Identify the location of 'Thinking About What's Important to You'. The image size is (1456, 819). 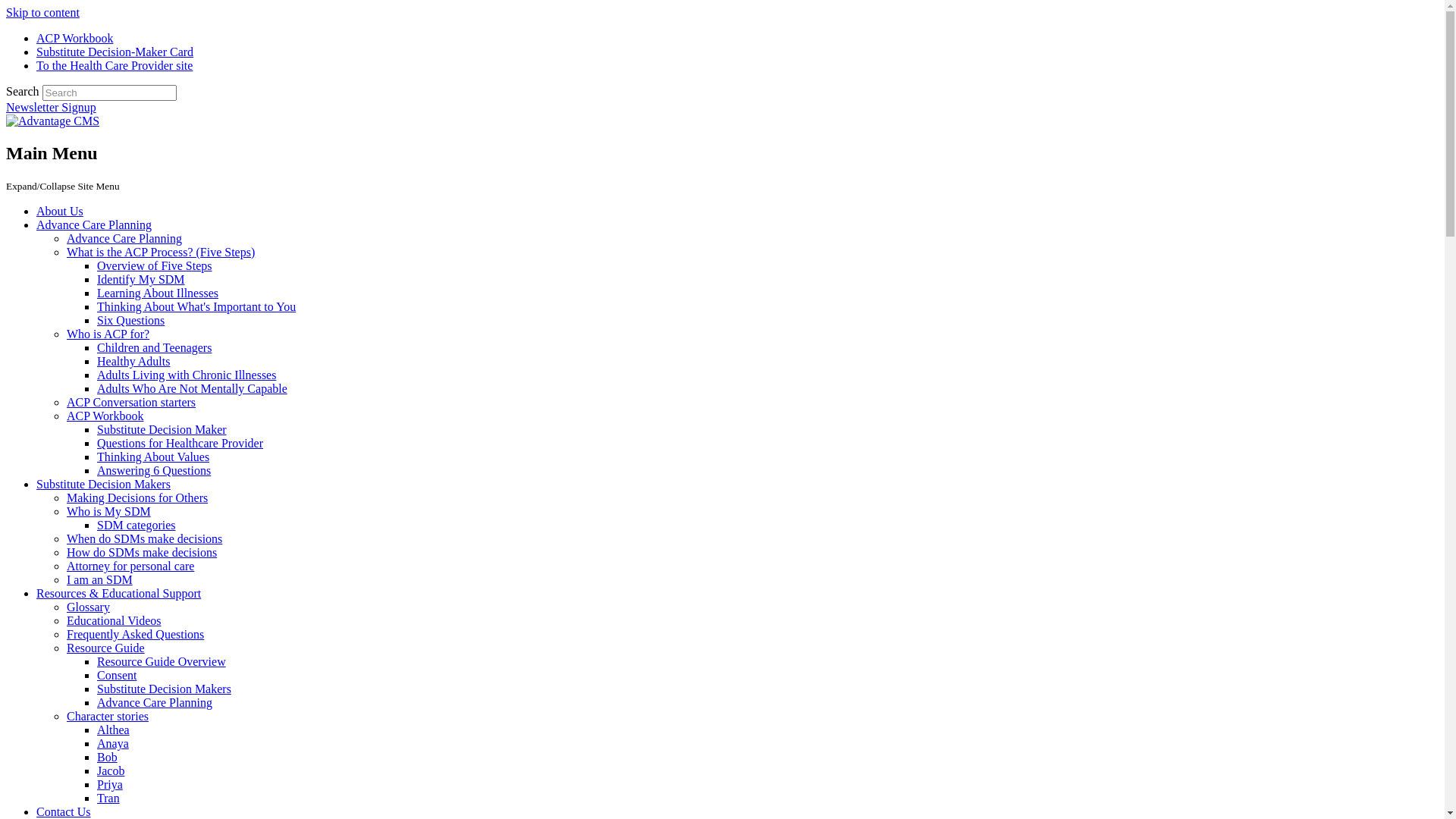
(196, 306).